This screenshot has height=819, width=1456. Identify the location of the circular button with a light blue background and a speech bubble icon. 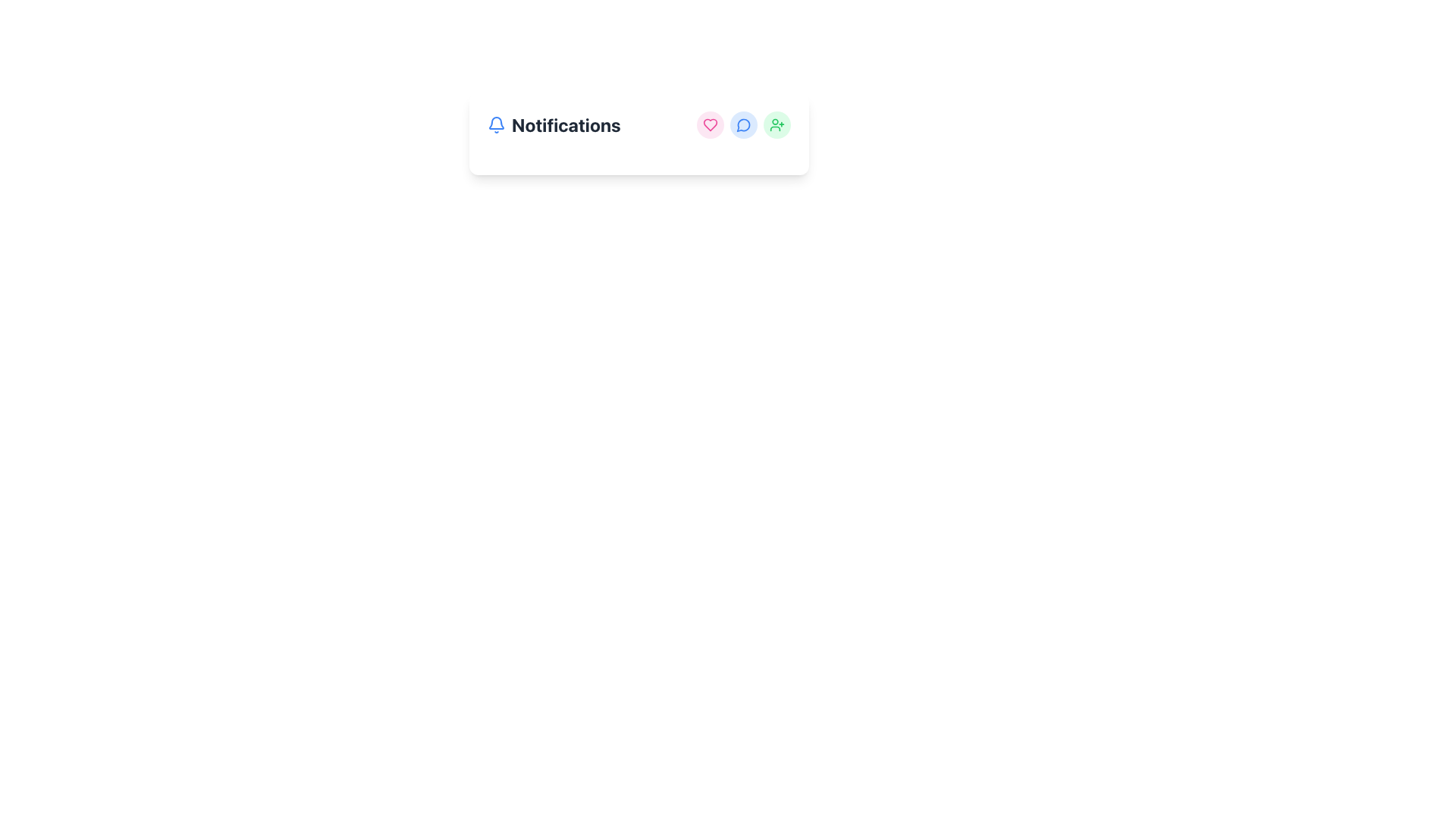
(743, 124).